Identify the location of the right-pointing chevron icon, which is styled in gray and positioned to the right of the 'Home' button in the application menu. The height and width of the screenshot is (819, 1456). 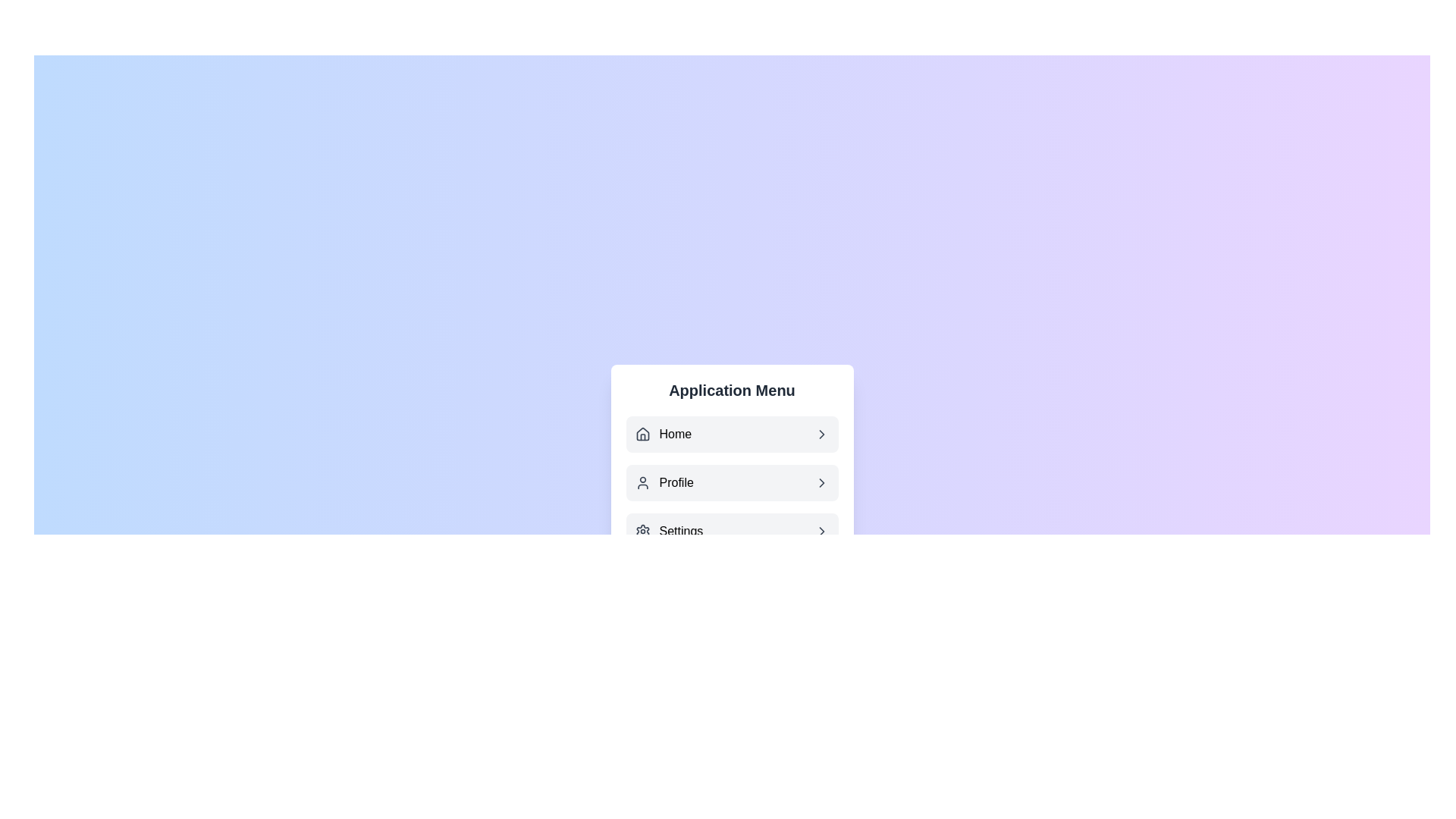
(821, 435).